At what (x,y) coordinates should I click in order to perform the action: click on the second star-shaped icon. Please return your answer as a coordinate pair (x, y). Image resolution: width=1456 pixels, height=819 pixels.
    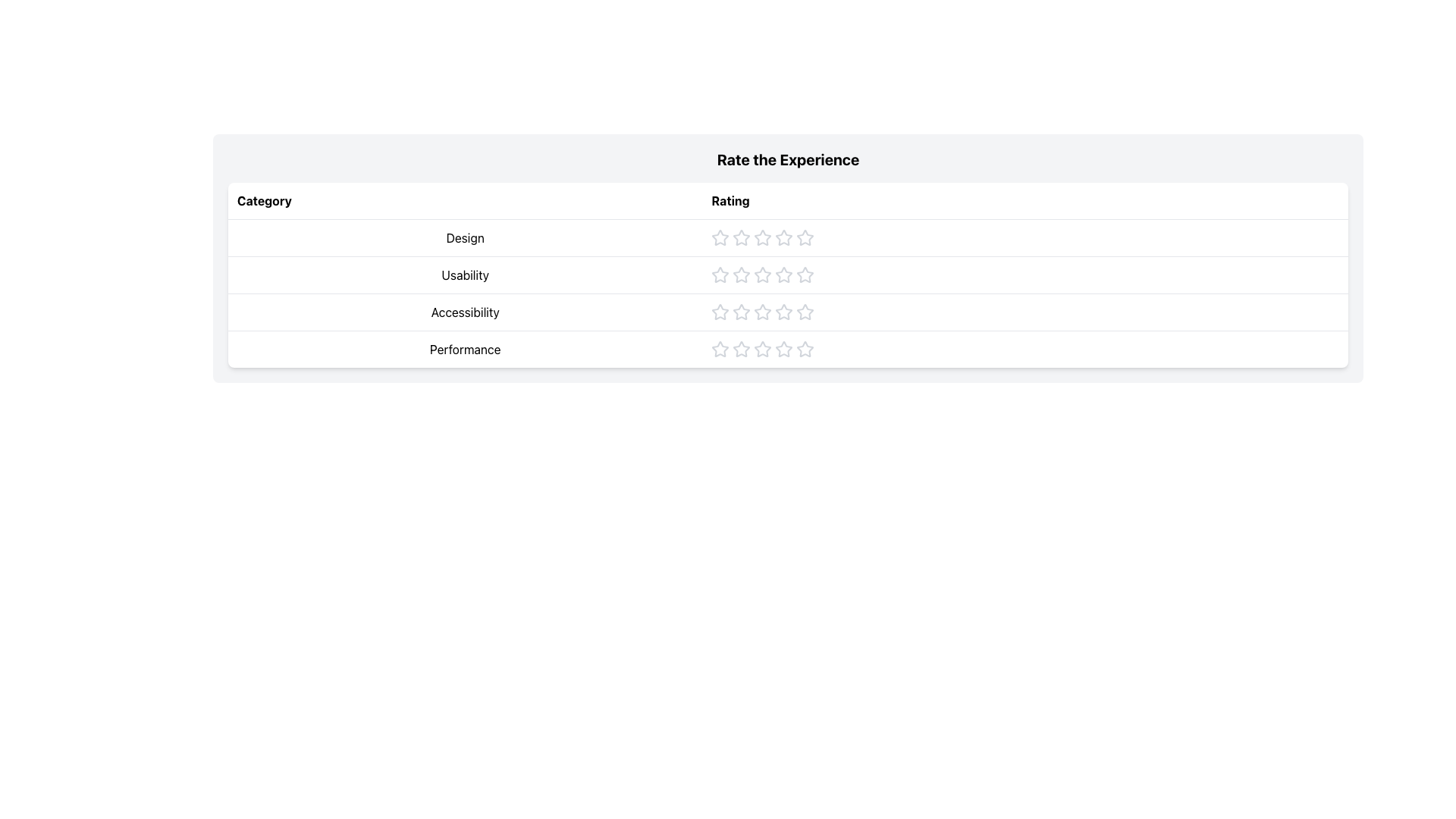
    Looking at the image, I should click on (742, 275).